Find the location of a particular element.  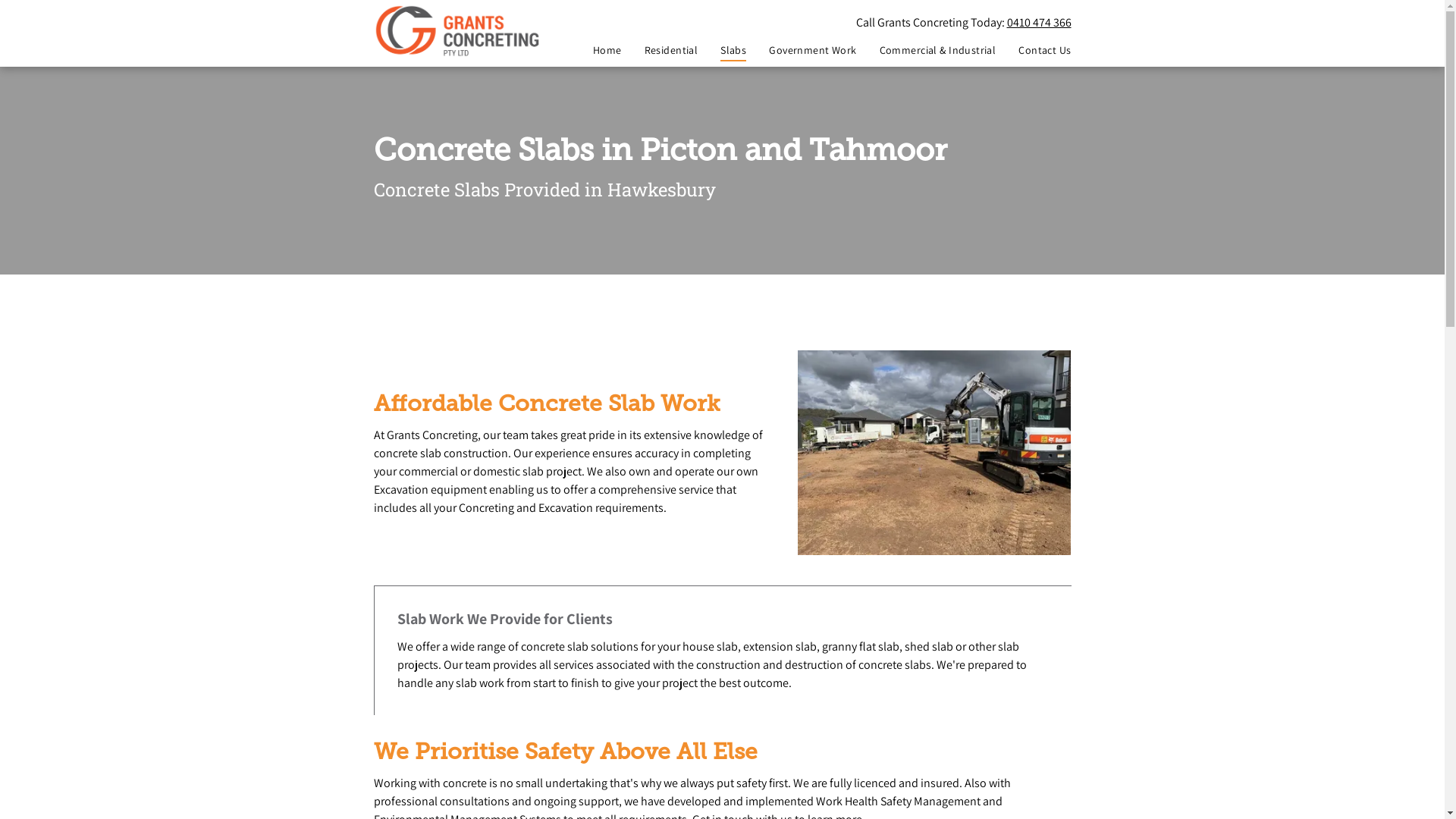

'0410 474 366' is located at coordinates (1038, 22).